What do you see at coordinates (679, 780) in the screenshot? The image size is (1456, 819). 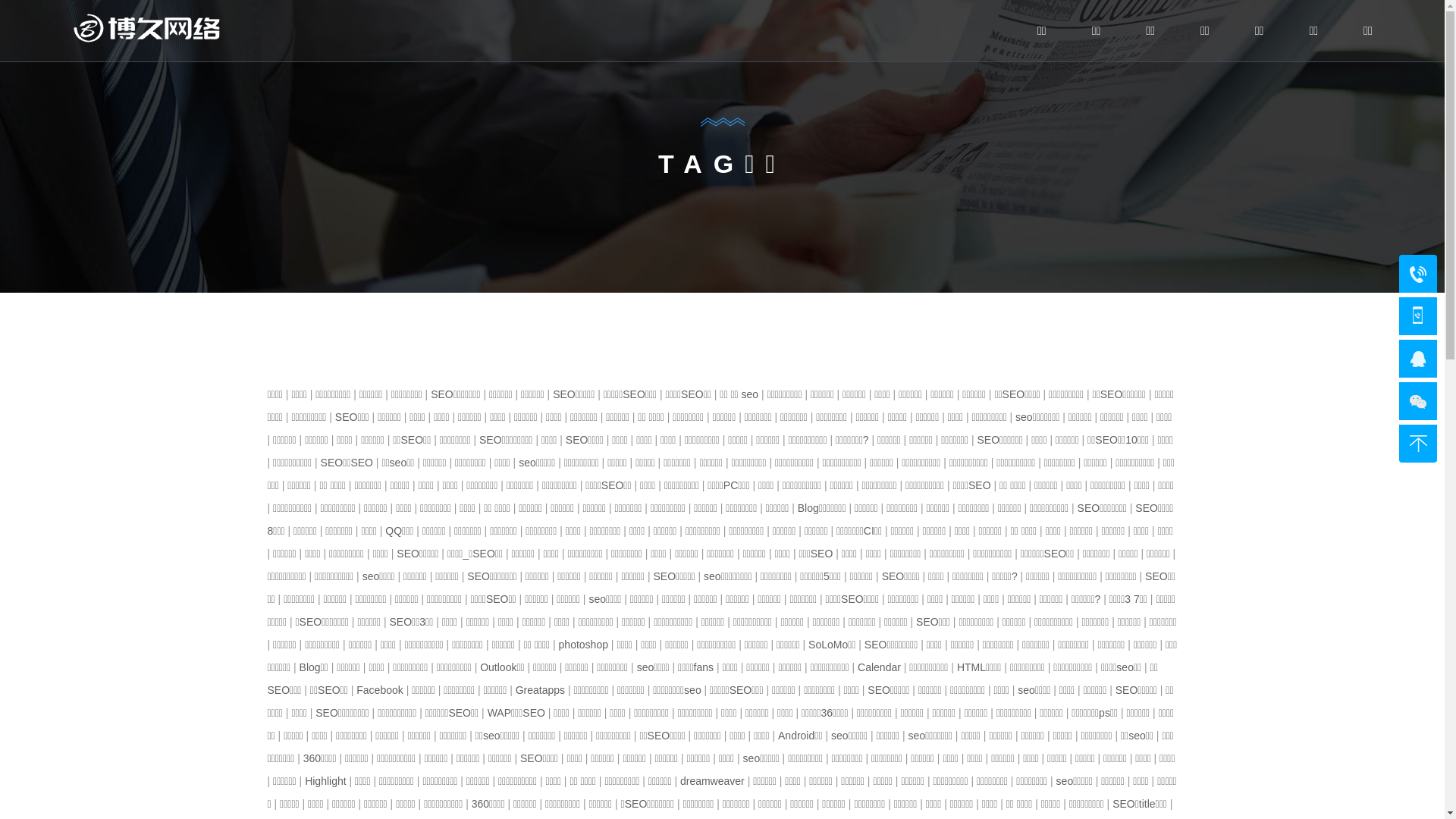 I see `'dreamweaver'` at bounding box center [679, 780].